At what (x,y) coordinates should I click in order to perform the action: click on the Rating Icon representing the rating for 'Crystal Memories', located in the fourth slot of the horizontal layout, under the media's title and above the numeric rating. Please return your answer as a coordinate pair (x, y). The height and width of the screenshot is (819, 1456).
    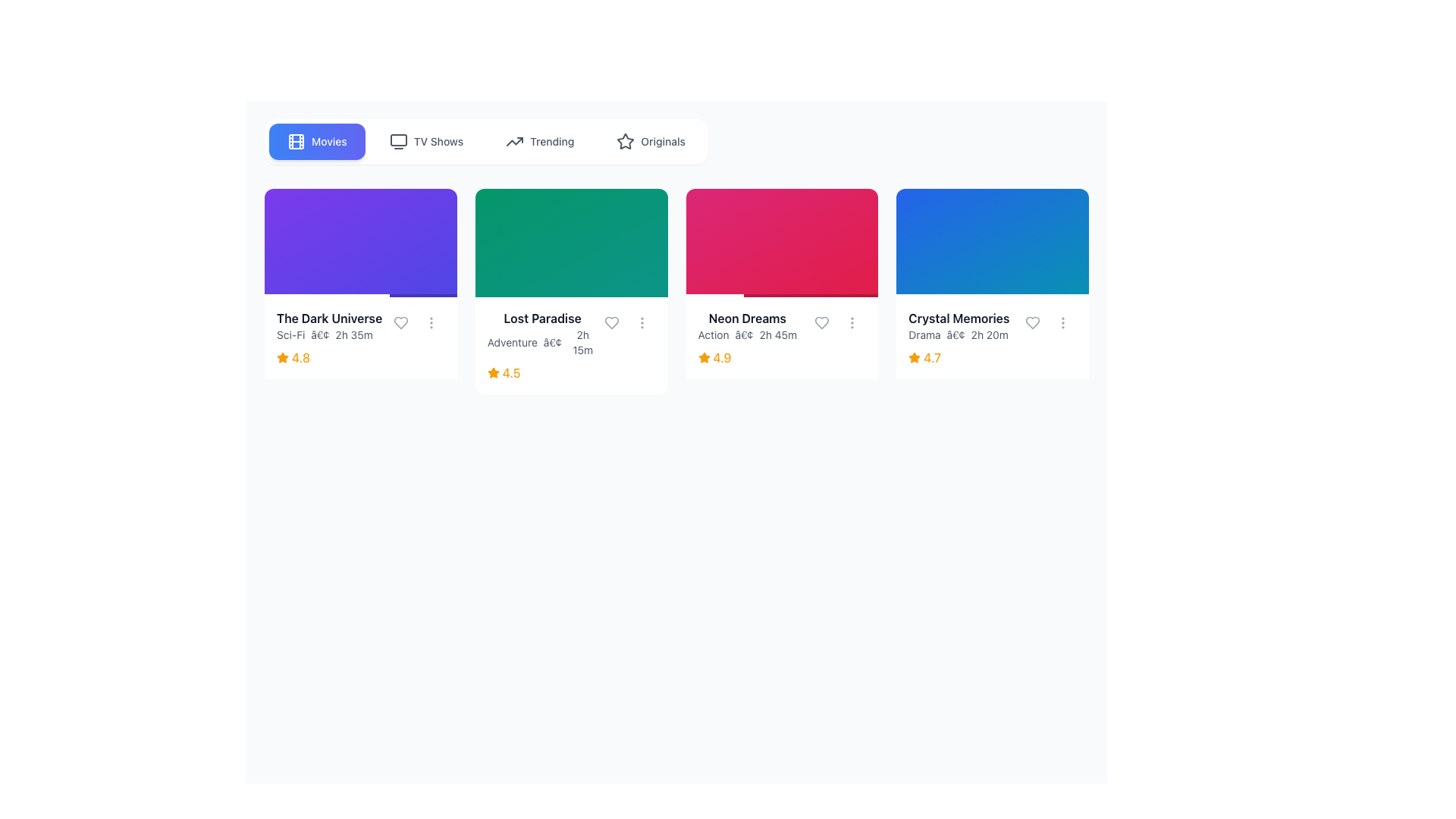
    Looking at the image, I should click on (914, 357).